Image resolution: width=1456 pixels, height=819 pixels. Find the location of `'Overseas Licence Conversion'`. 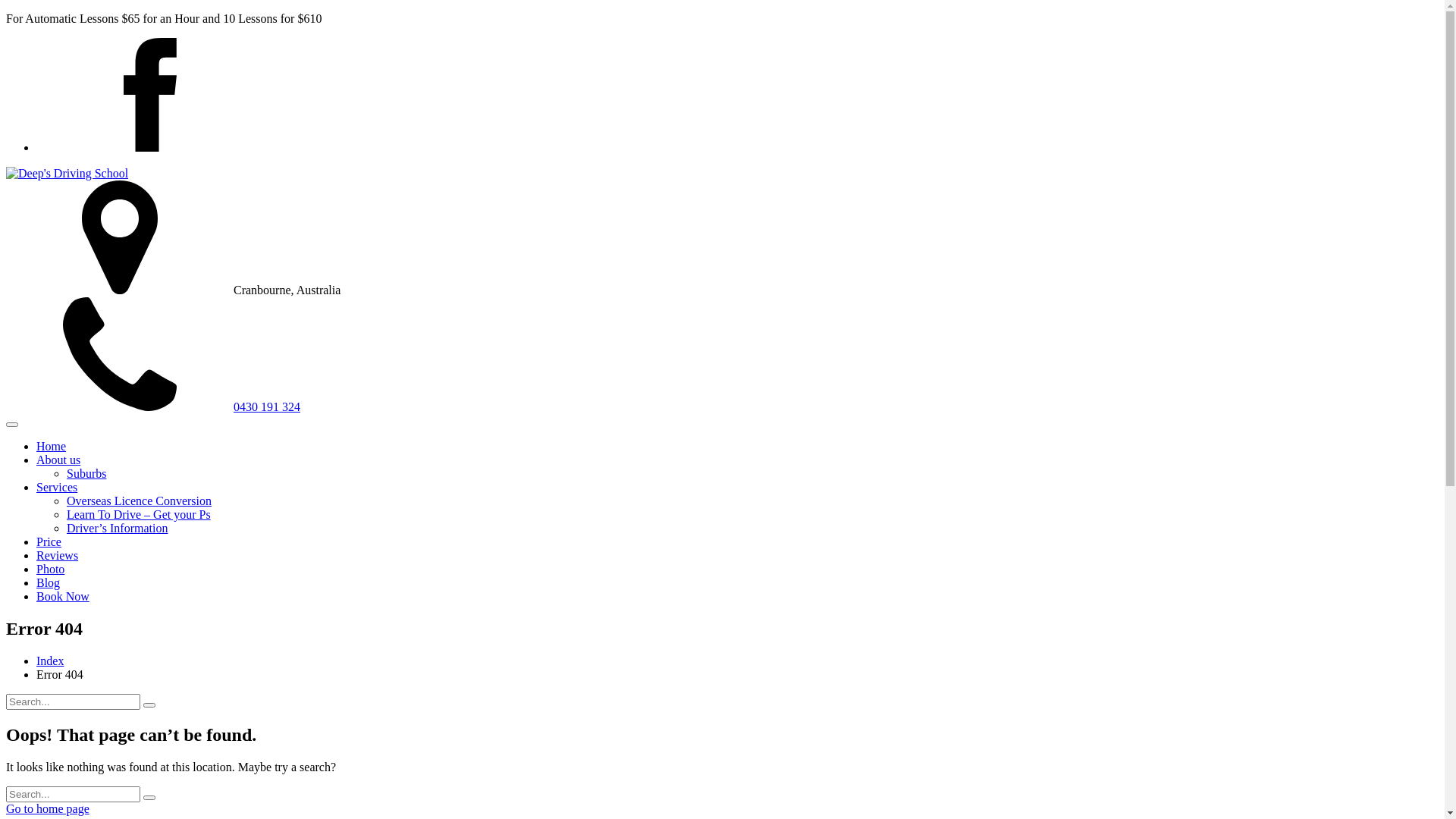

'Overseas Licence Conversion' is located at coordinates (139, 500).